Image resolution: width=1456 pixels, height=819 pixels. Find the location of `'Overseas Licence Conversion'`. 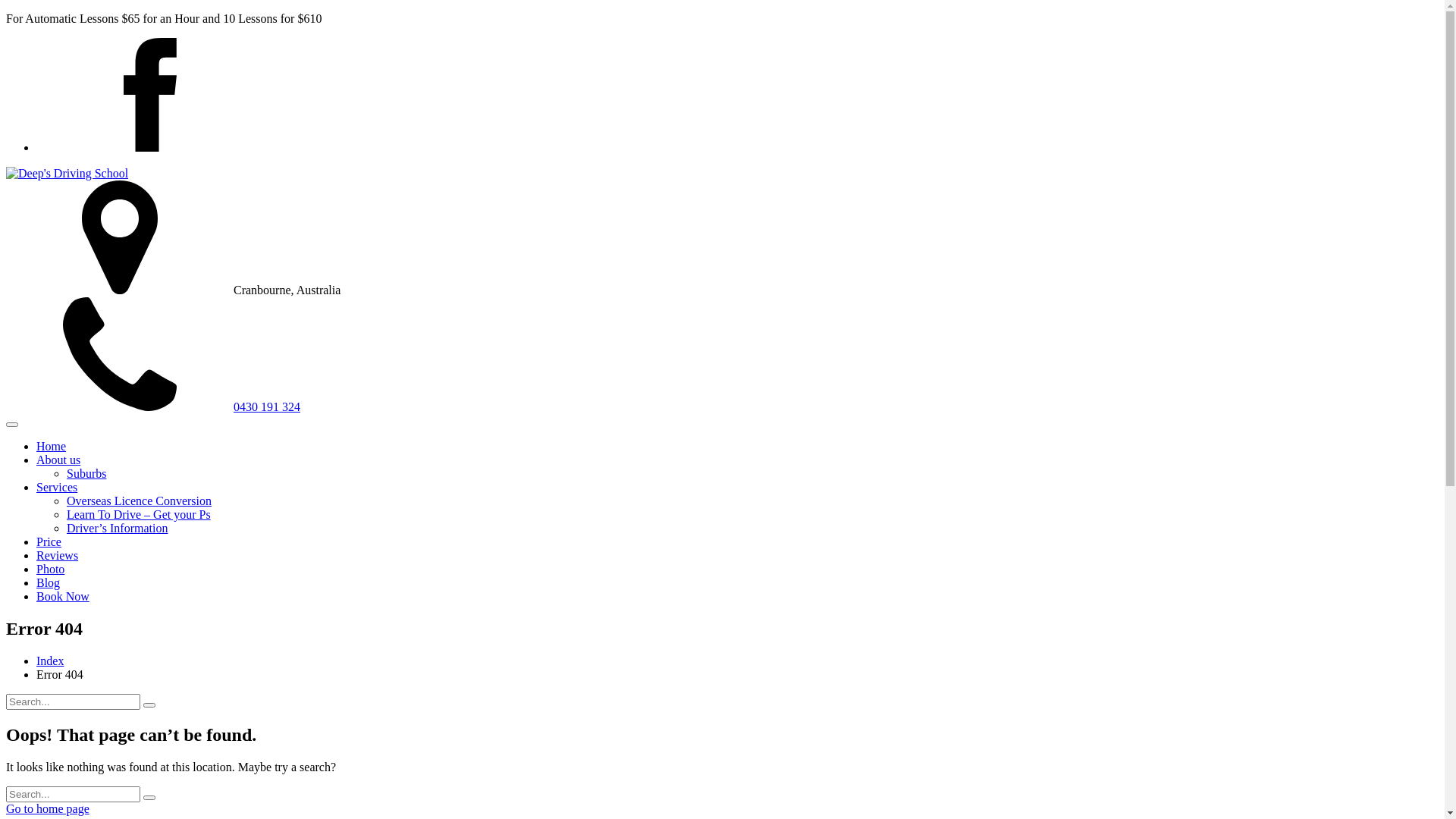

'Overseas Licence Conversion' is located at coordinates (139, 500).